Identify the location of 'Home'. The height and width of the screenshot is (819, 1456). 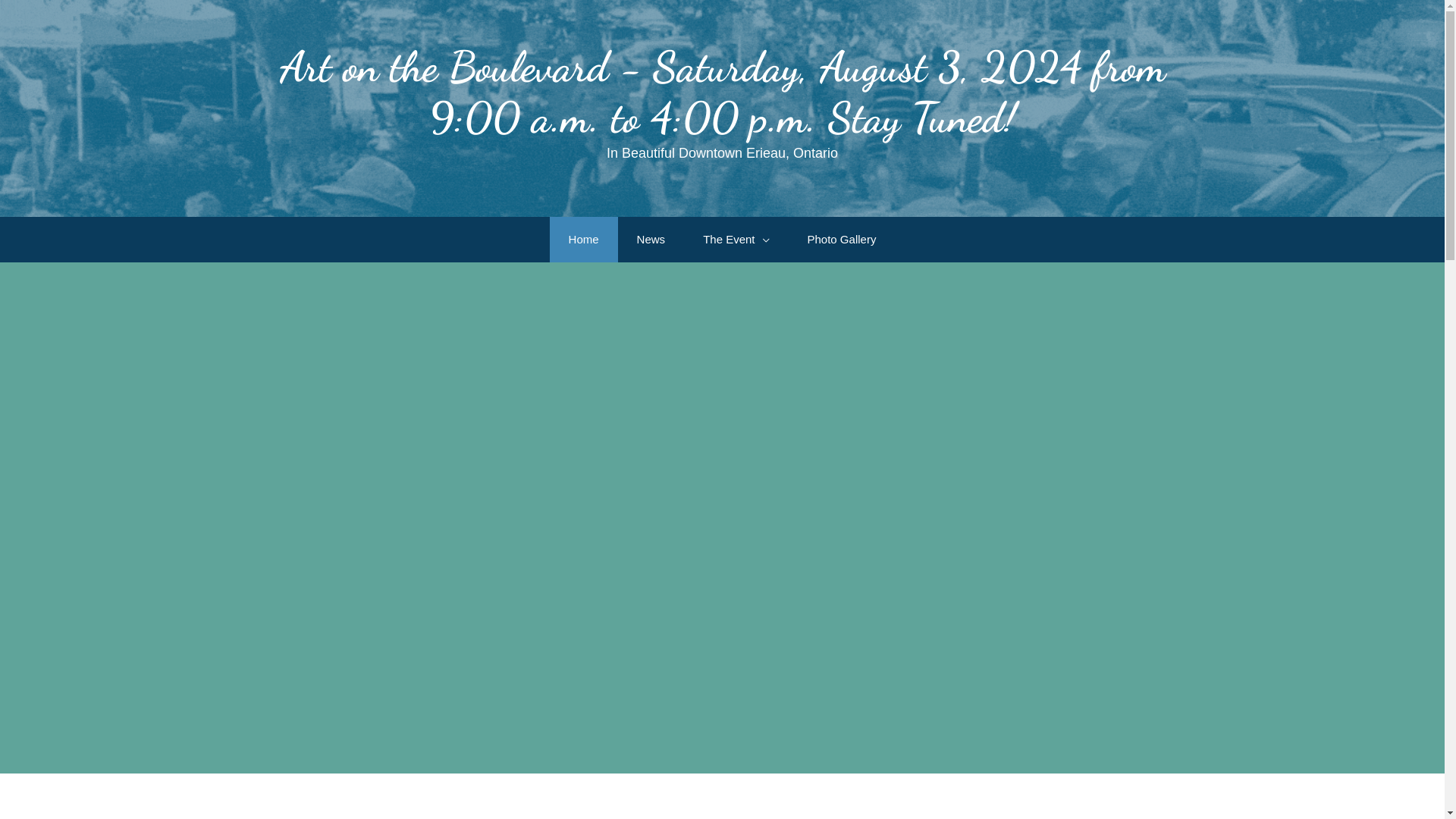
(582, 239).